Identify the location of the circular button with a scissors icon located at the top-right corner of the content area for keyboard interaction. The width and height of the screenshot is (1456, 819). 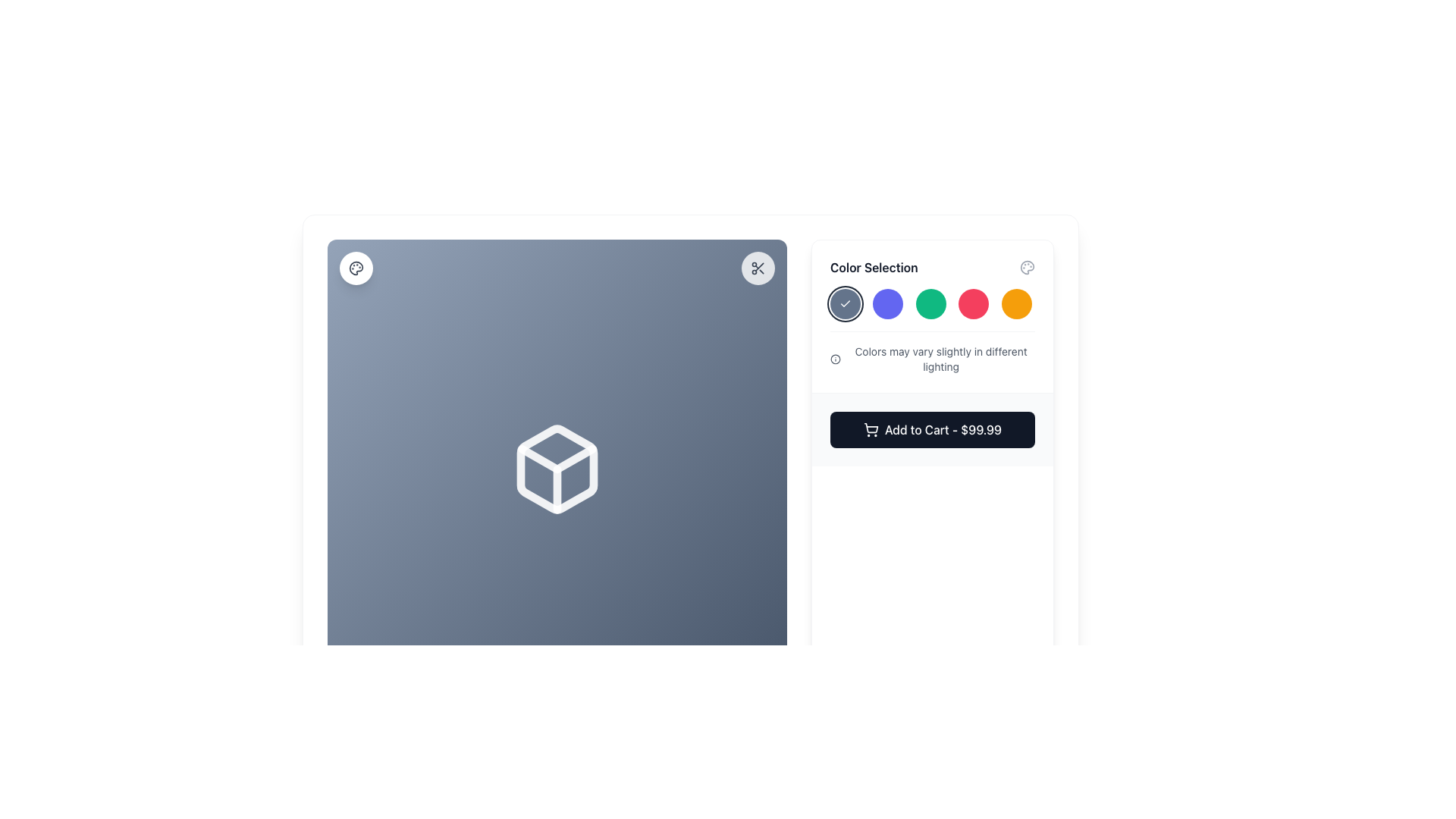
(758, 268).